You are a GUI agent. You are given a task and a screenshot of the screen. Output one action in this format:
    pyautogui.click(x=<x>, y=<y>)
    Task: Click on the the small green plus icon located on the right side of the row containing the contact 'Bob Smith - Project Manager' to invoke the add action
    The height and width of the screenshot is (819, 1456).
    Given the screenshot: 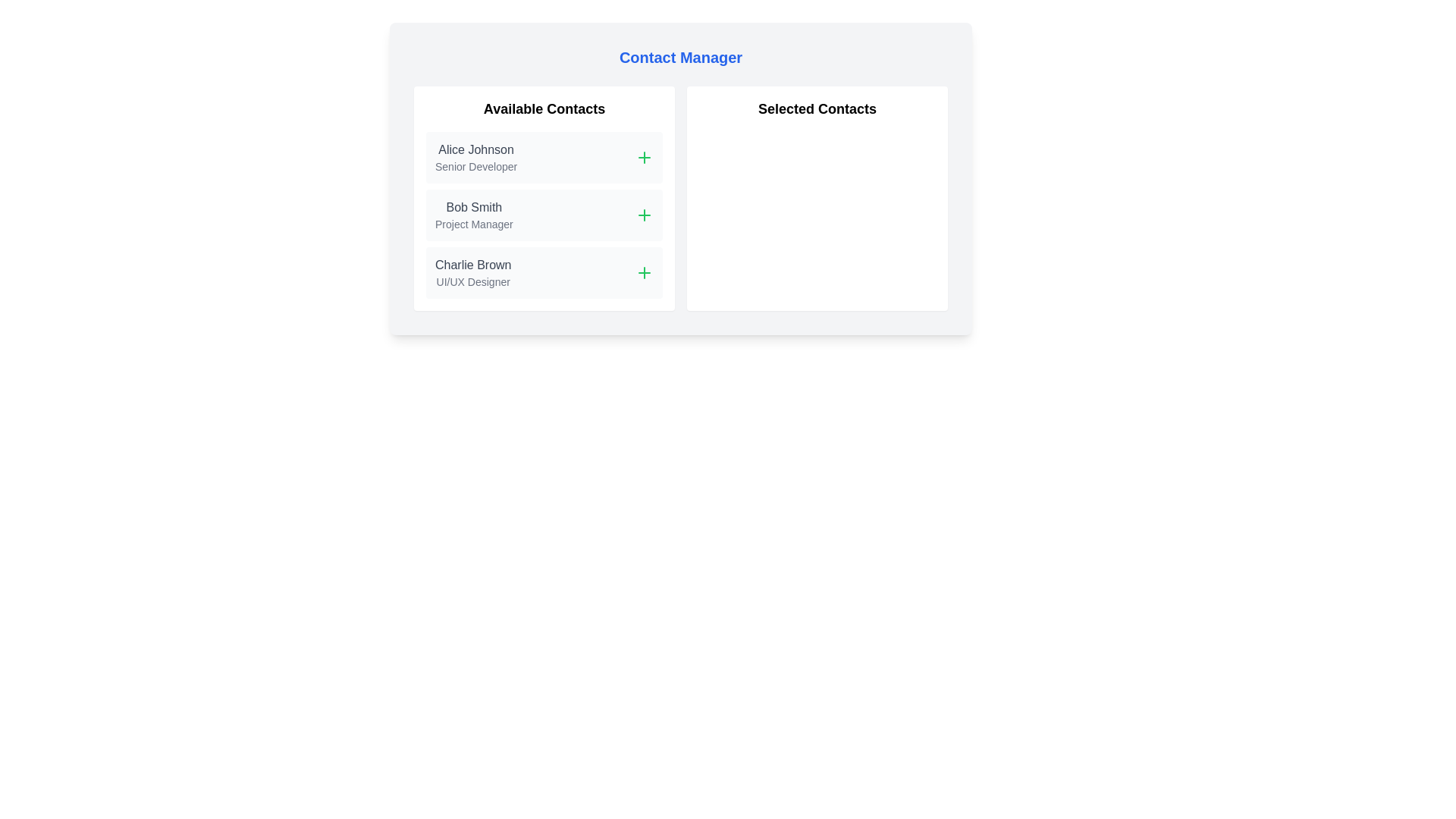 What is the action you would take?
    pyautogui.click(x=644, y=215)
    